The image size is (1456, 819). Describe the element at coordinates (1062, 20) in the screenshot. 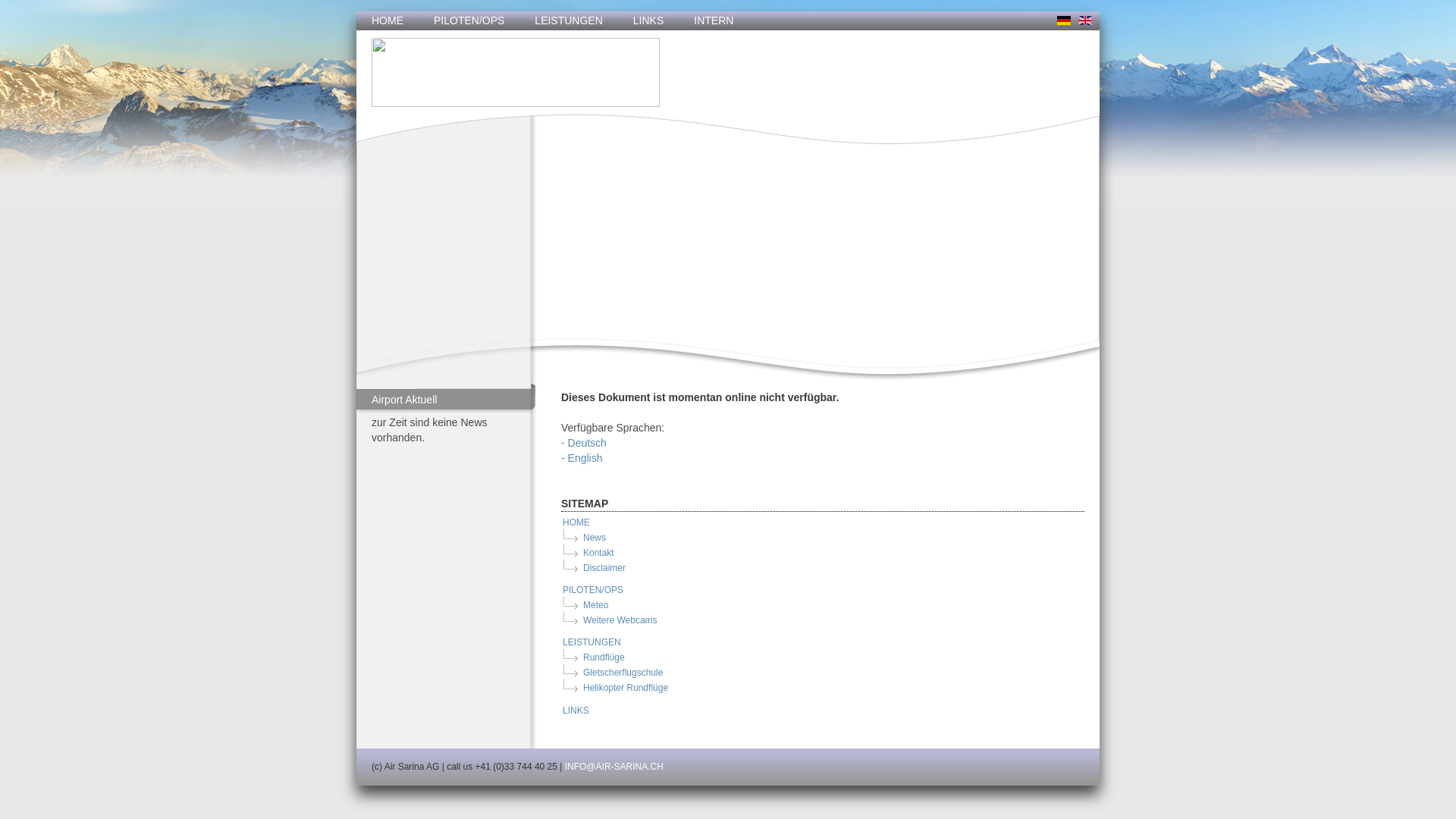

I see `'deutsch'` at that location.